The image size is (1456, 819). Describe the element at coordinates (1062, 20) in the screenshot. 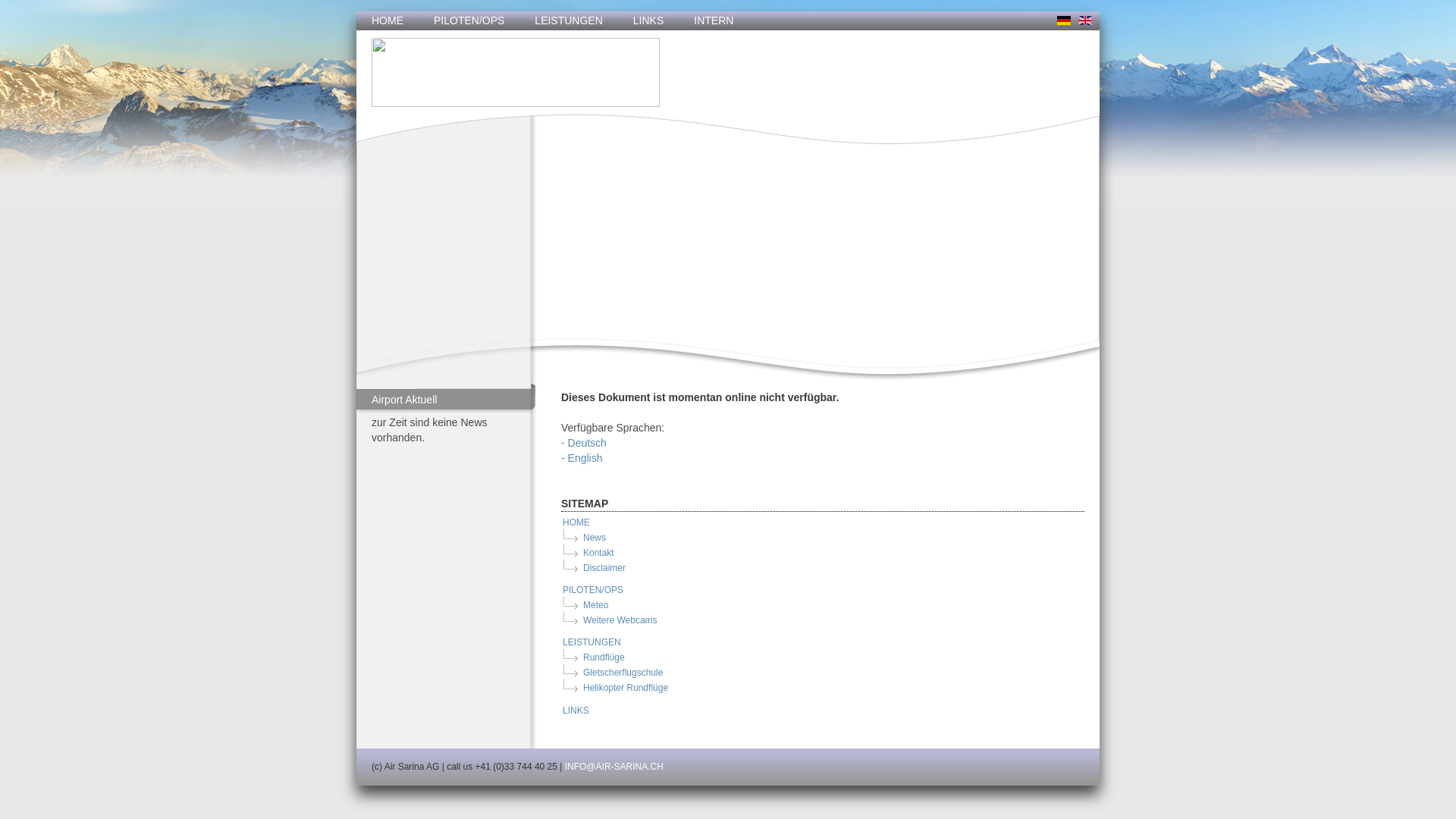

I see `'deutsch'` at that location.